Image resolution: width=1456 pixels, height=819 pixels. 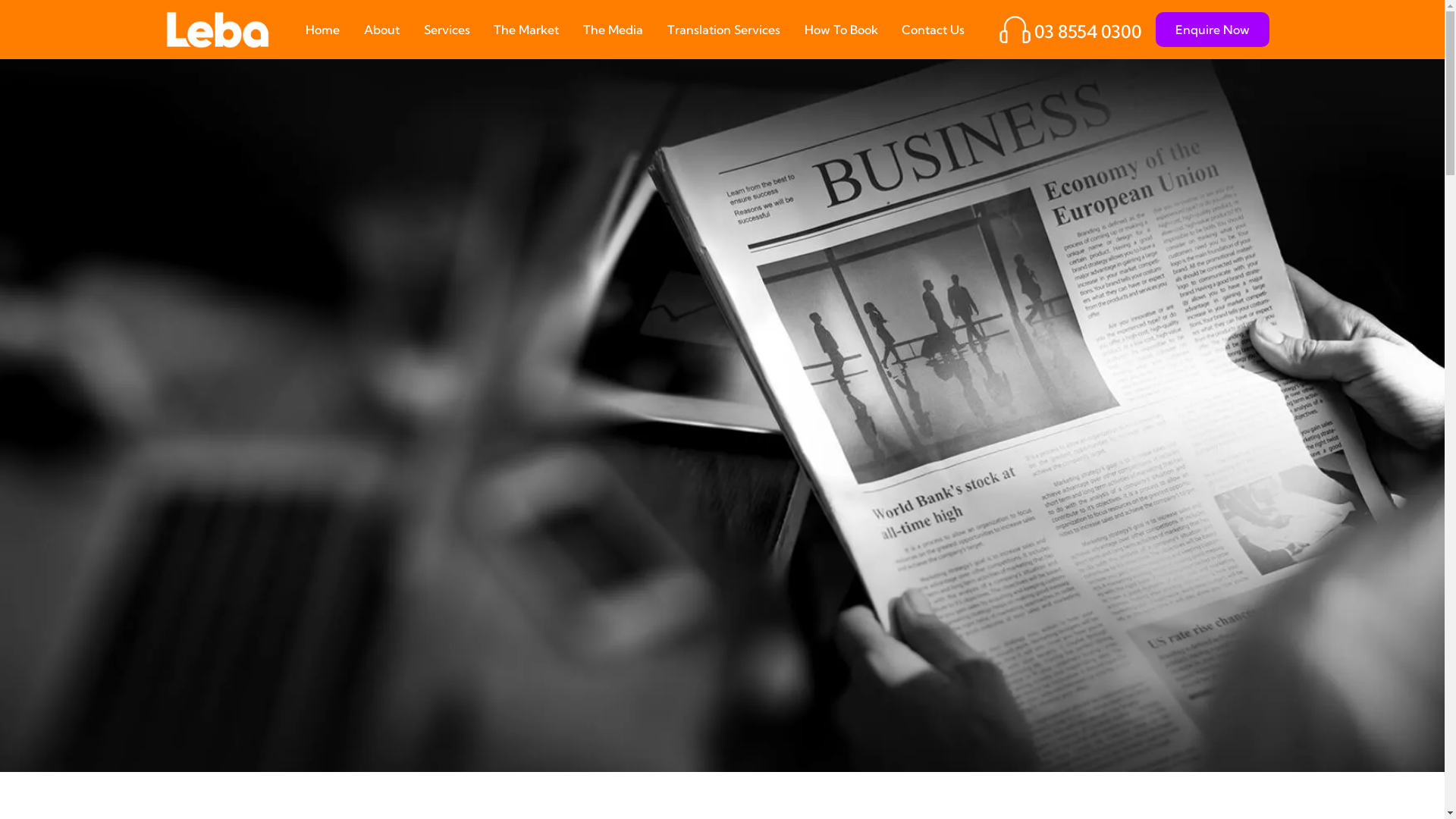 I want to click on 'Services', so click(x=413, y=29).